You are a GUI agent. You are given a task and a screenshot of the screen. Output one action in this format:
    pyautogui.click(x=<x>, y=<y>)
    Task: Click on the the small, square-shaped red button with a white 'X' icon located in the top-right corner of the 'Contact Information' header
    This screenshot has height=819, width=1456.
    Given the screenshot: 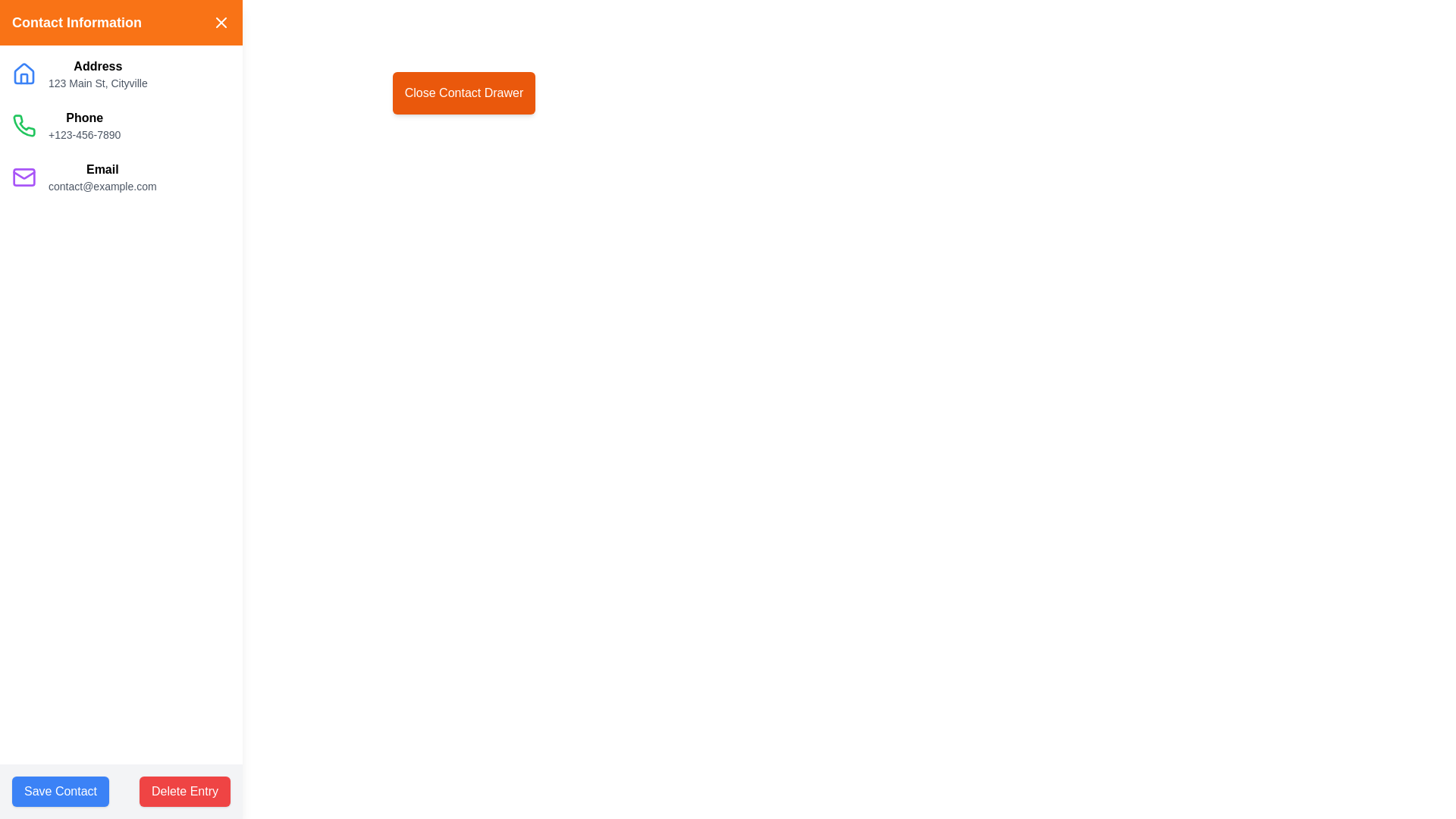 What is the action you would take?
    pyautogui.click(x=221, y=23)
    